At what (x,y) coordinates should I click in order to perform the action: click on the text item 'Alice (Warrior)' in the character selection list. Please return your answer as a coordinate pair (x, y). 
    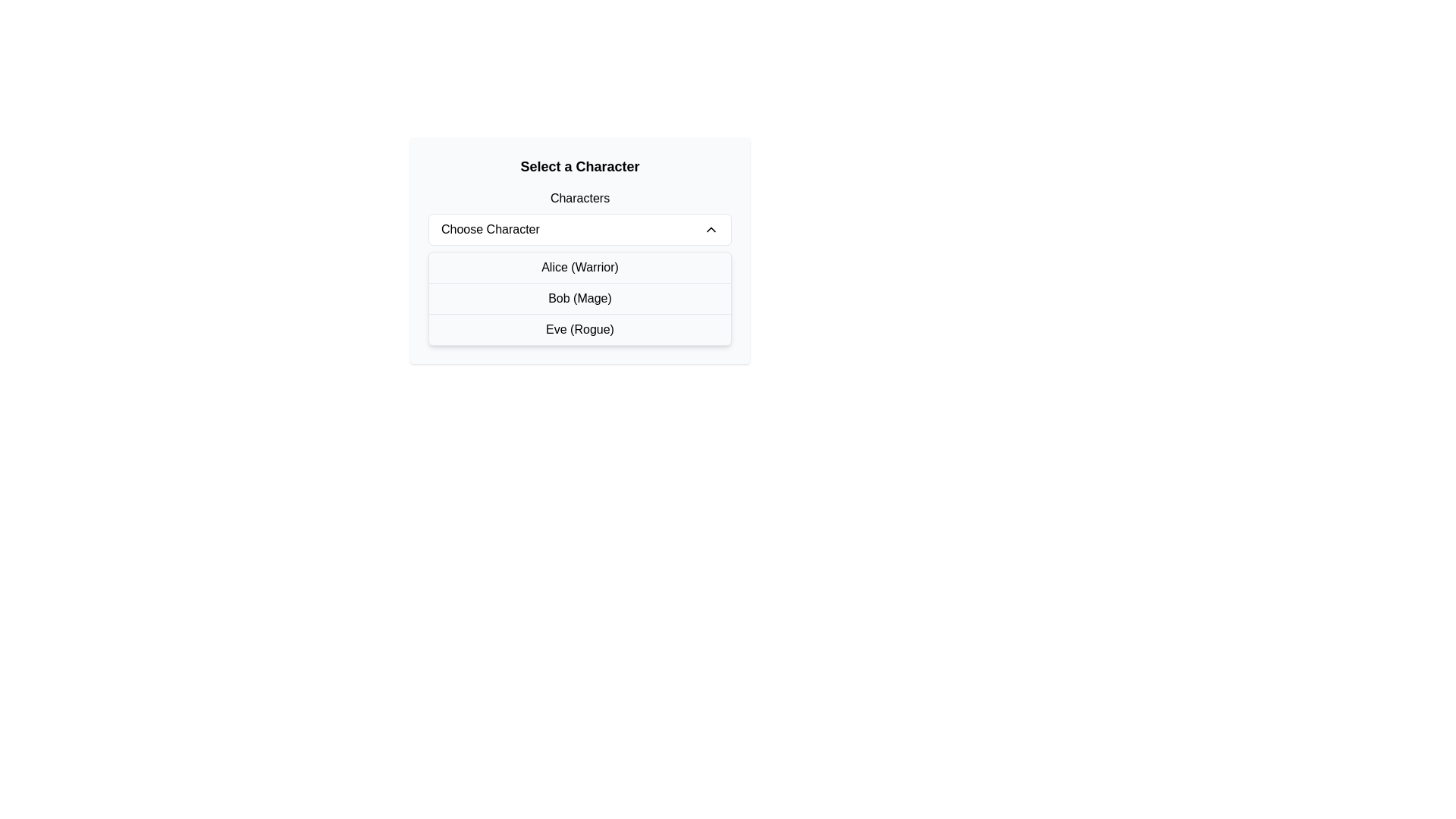
    Looking at the image, I should click on (579, 267).